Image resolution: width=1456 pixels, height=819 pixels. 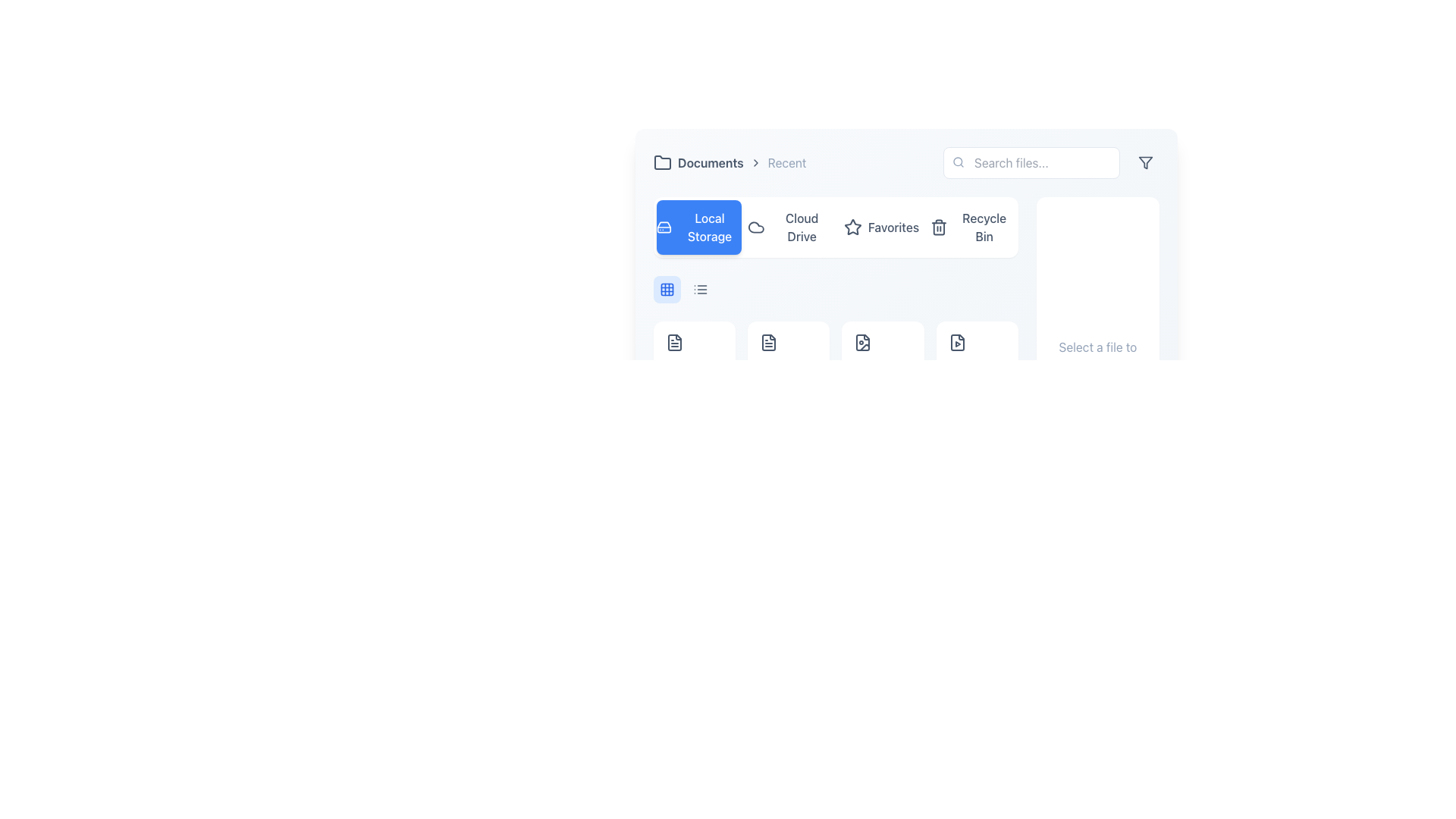 I want to click on the 'Local Storage' text element, which is styled with a medium font weight on a blue button-like background, located in the top-left section of the interface, so click(x=709, y=227).